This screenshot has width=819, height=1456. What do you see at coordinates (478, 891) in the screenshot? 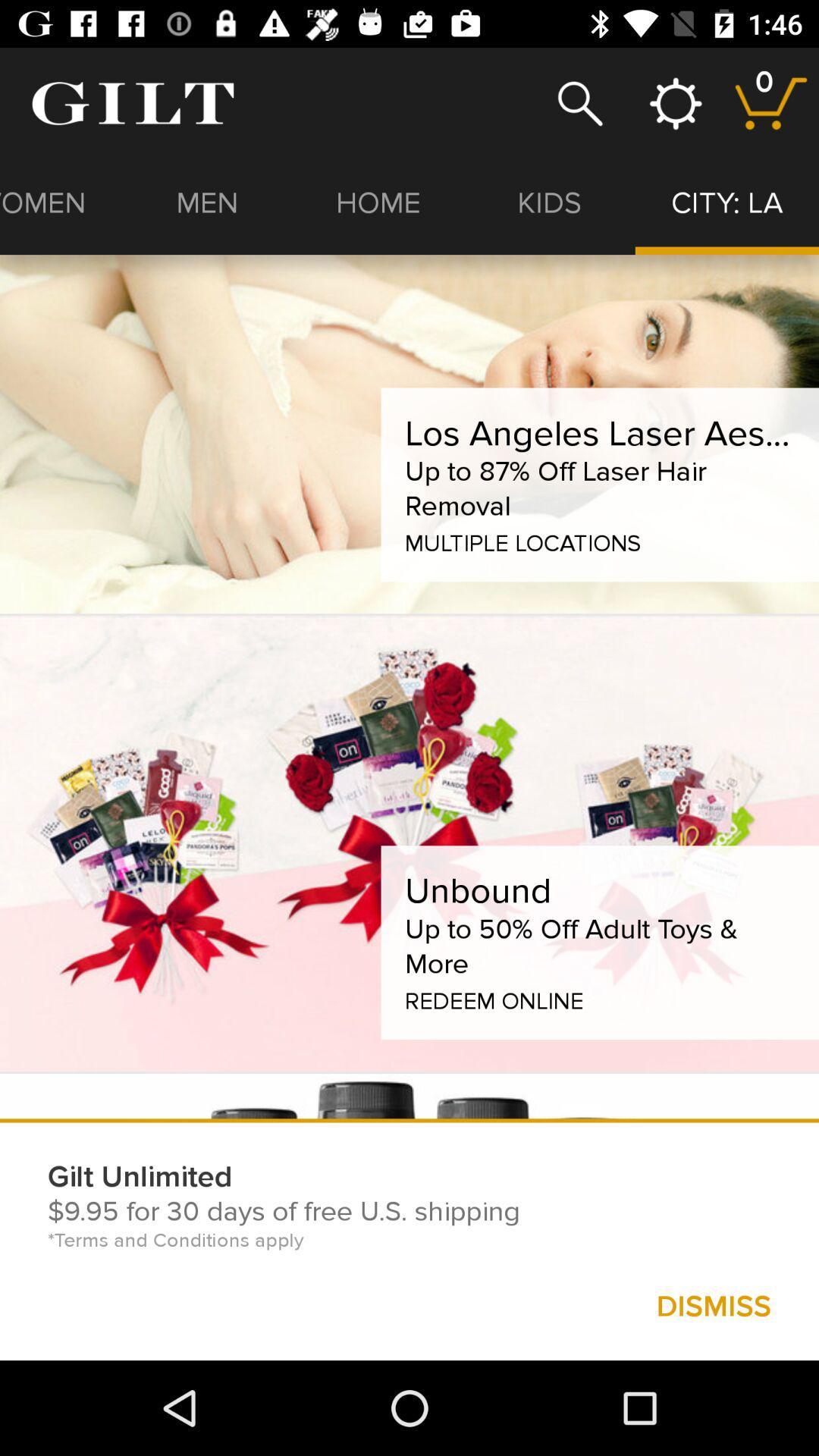
I see `the unbound item` at bounding box center [478, 891].